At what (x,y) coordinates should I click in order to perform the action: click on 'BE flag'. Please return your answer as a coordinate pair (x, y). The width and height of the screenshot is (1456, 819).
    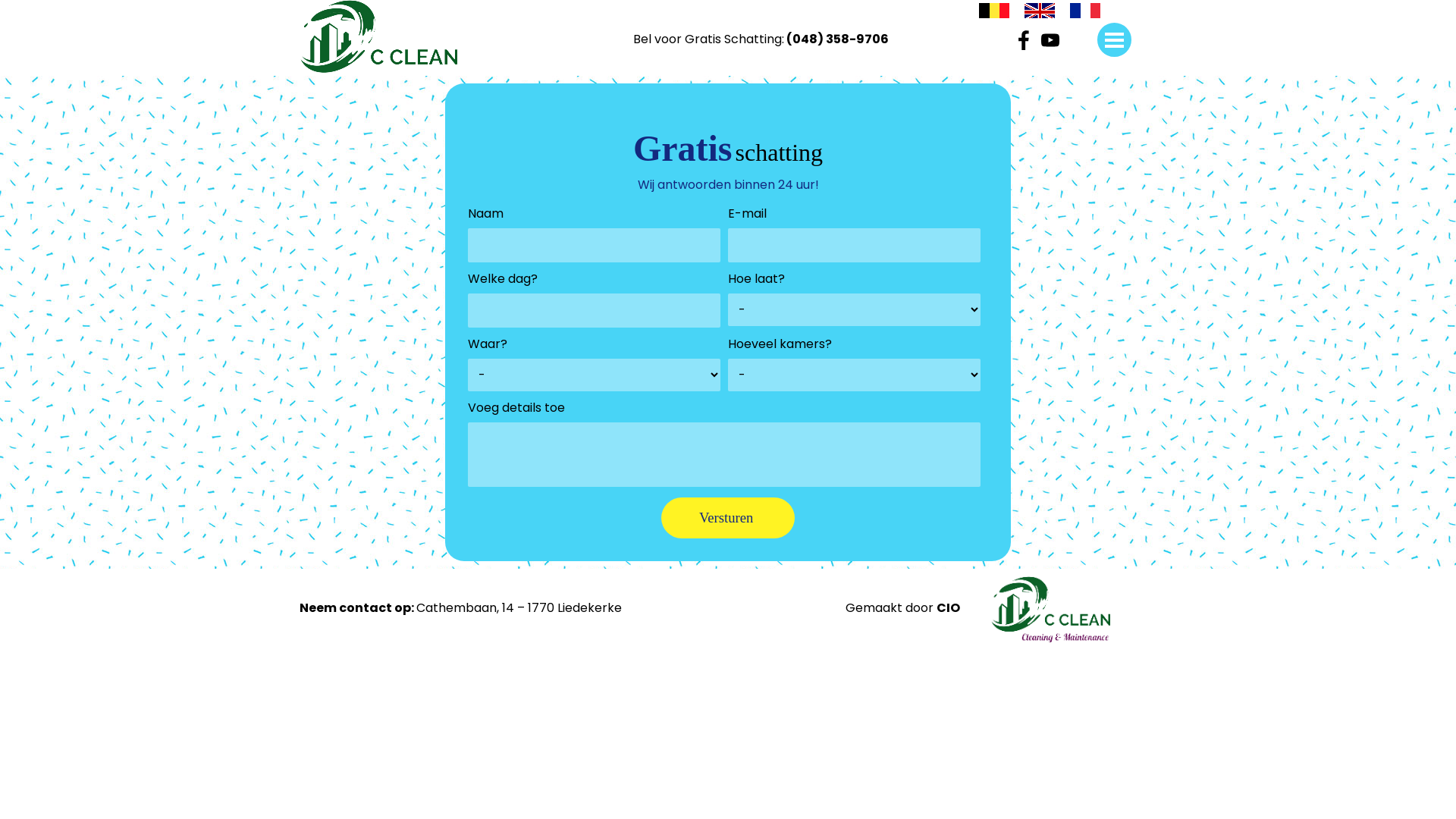
    Looking at the image, I should click on (993, 13).